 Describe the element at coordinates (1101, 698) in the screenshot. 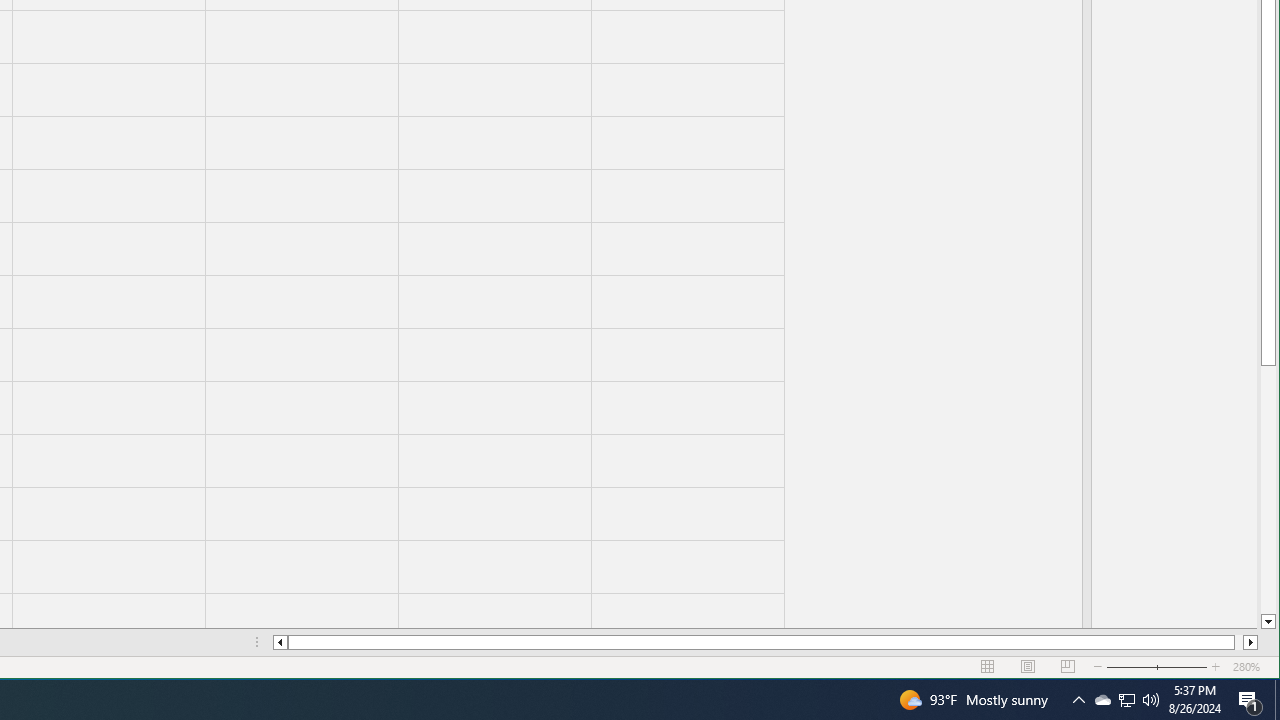

I see `'User Promoted Notification Area'` at that location.